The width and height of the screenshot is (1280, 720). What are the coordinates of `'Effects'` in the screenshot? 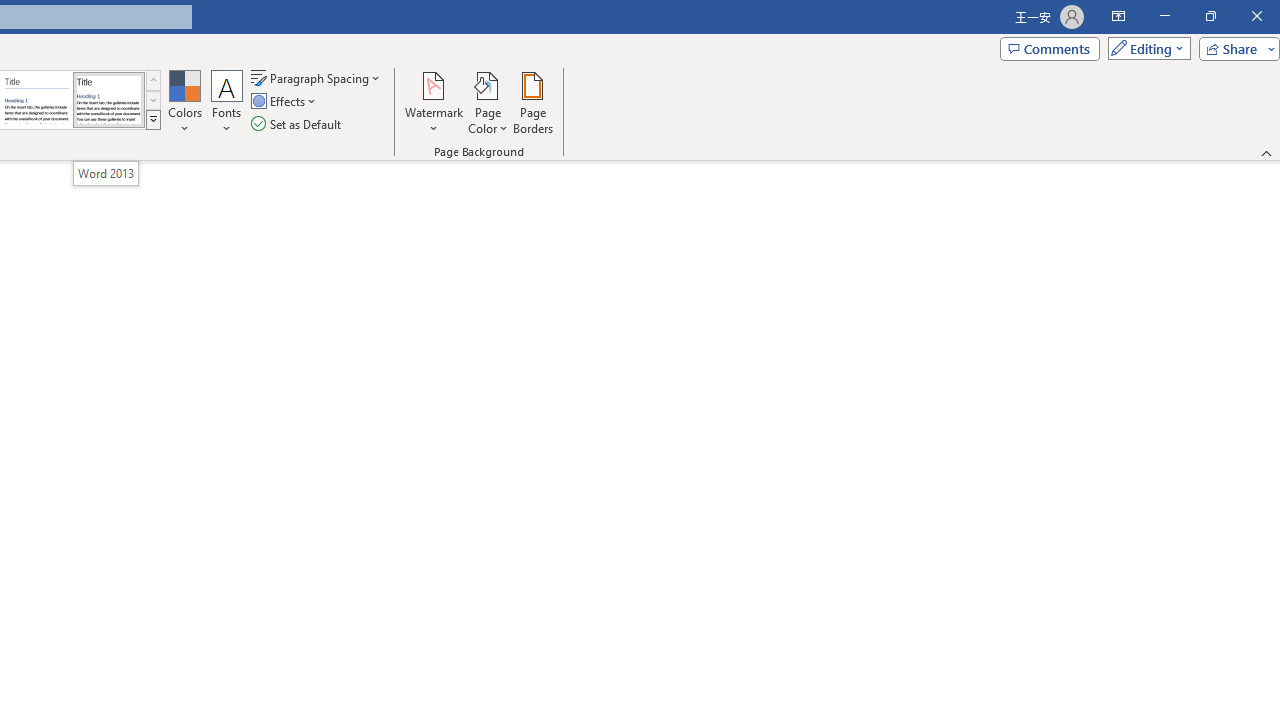 It's located at (284, 101).